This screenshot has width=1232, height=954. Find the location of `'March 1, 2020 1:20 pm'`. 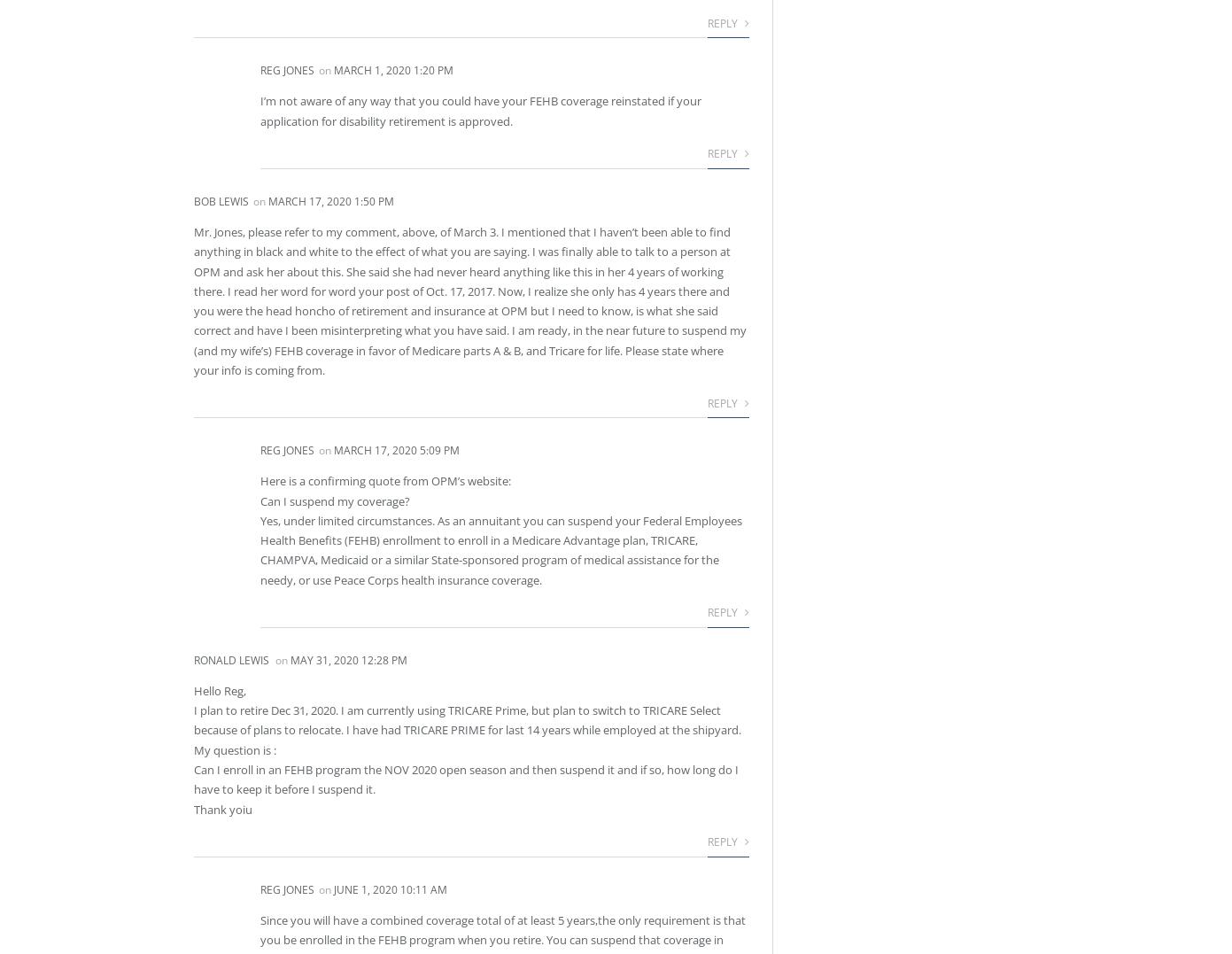

'March 1, 2020 1:20 pm' is located at coordinates (392, 70).